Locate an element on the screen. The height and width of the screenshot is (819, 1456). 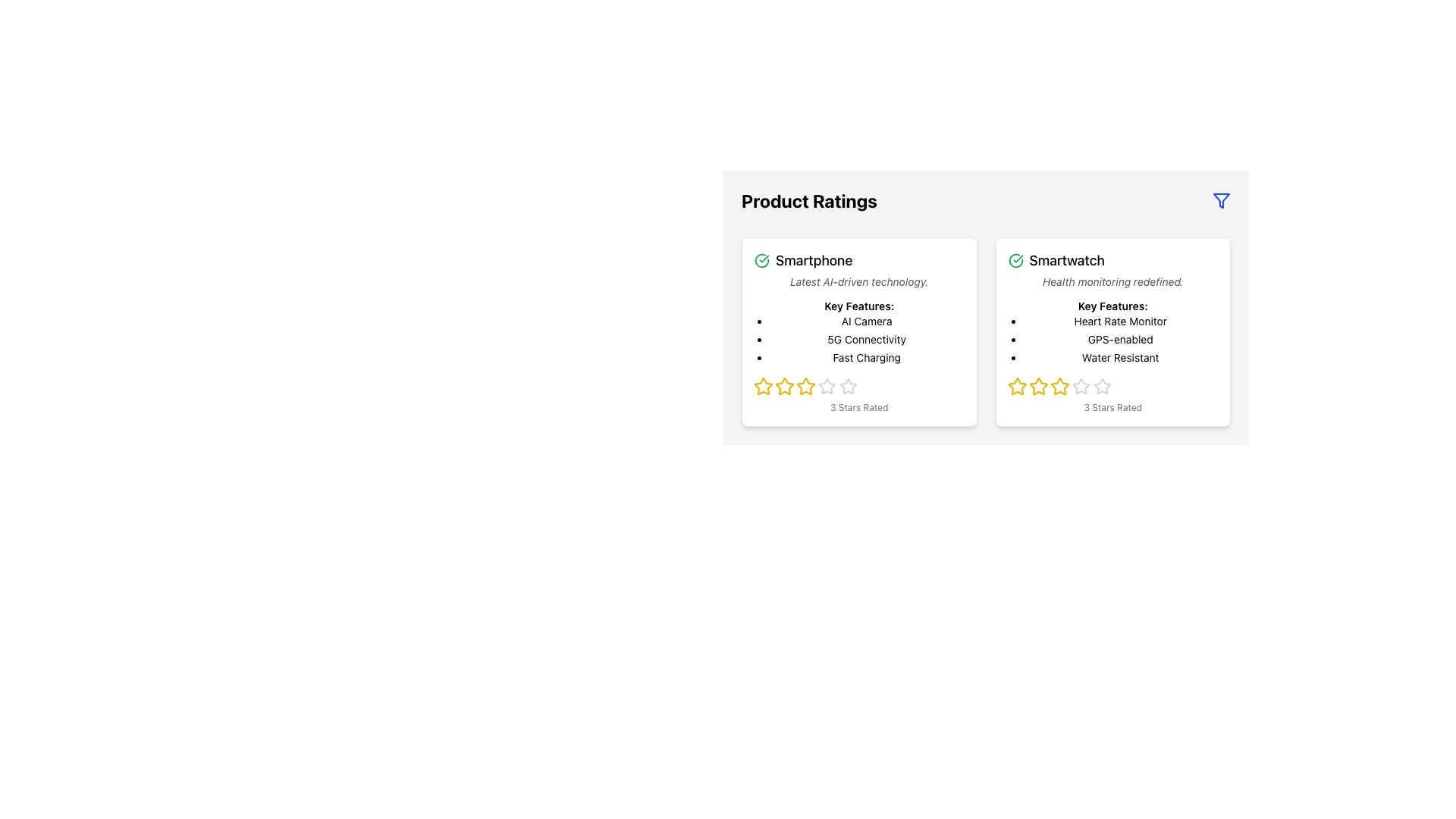
the filter icon located in the header section next to the 'Product Ratings' text is located at coordinates (1222, 200).